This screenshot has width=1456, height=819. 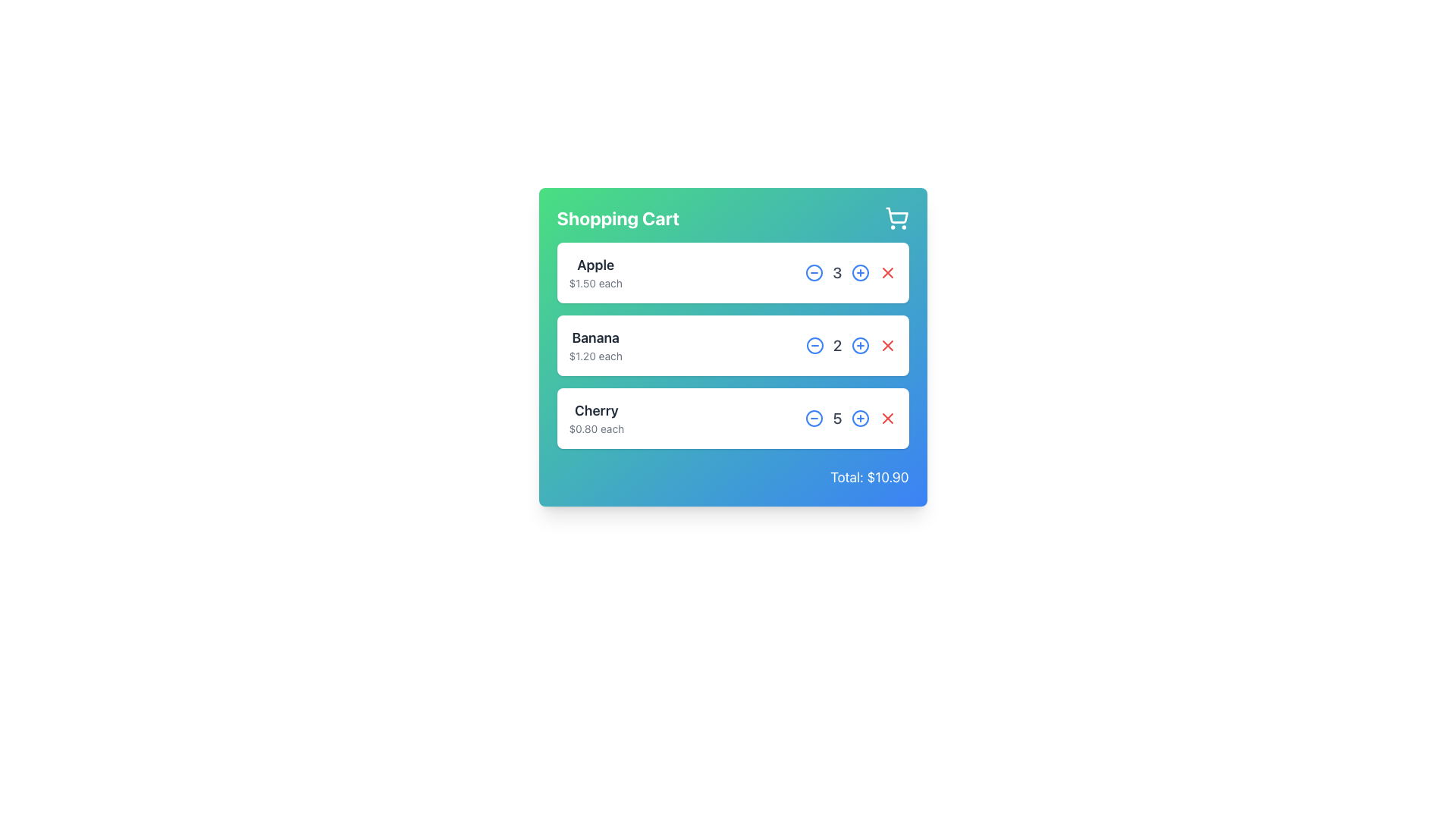 What do you see at coordinates (851, 418) in the screenshot?
I see `the Quantity Selector component for the 'Cherry' entry in the shopping cart to provide user feedback` at bounding box center [851, 418].